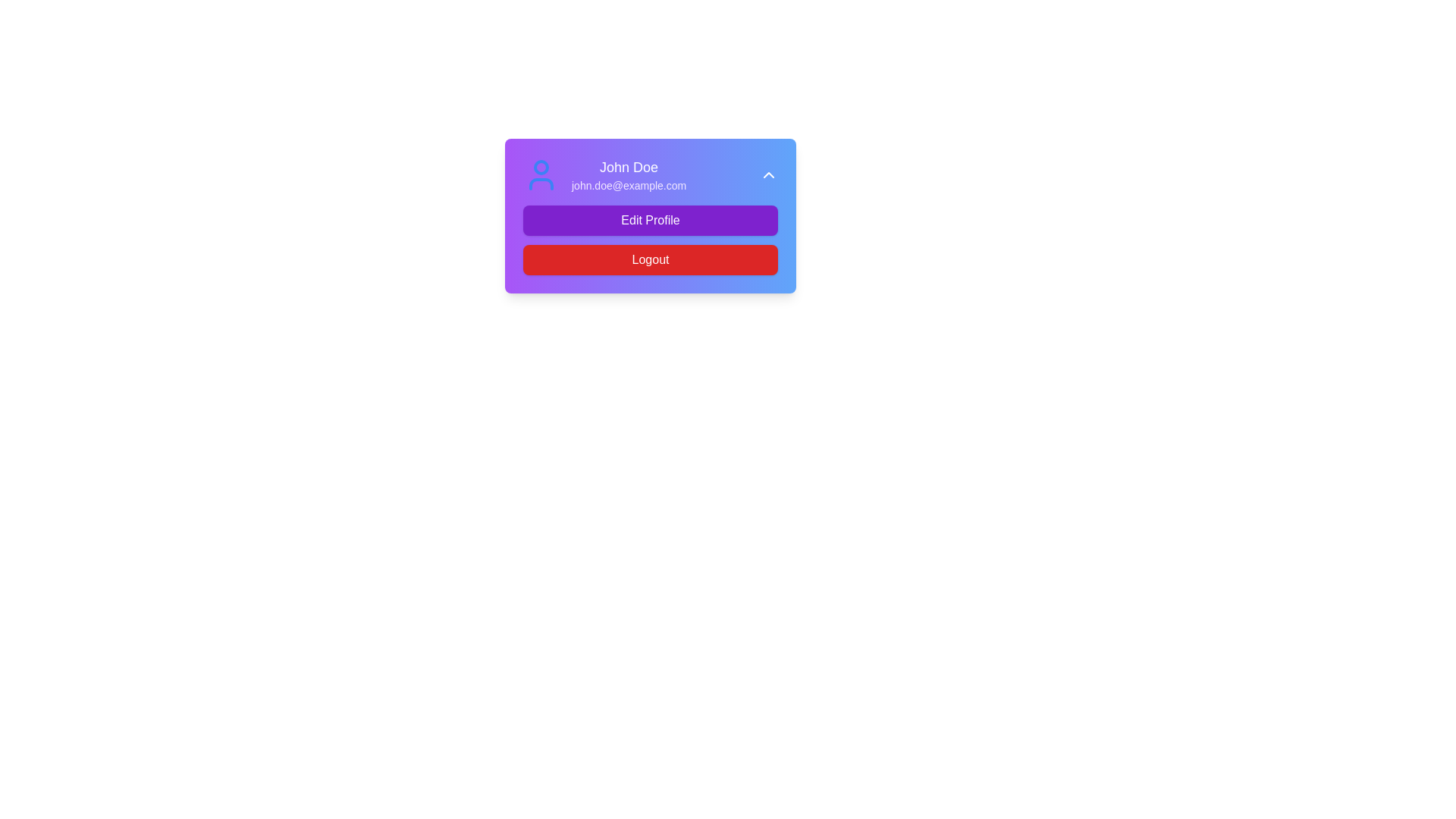 The width and height of the screenshot is (1456, 819). What do you see at coordinates (768, 174) in the screenshot?
I see `the upward-pointing arrow button located at the top-right corner of the profile card` at bounding box center [768, 174].